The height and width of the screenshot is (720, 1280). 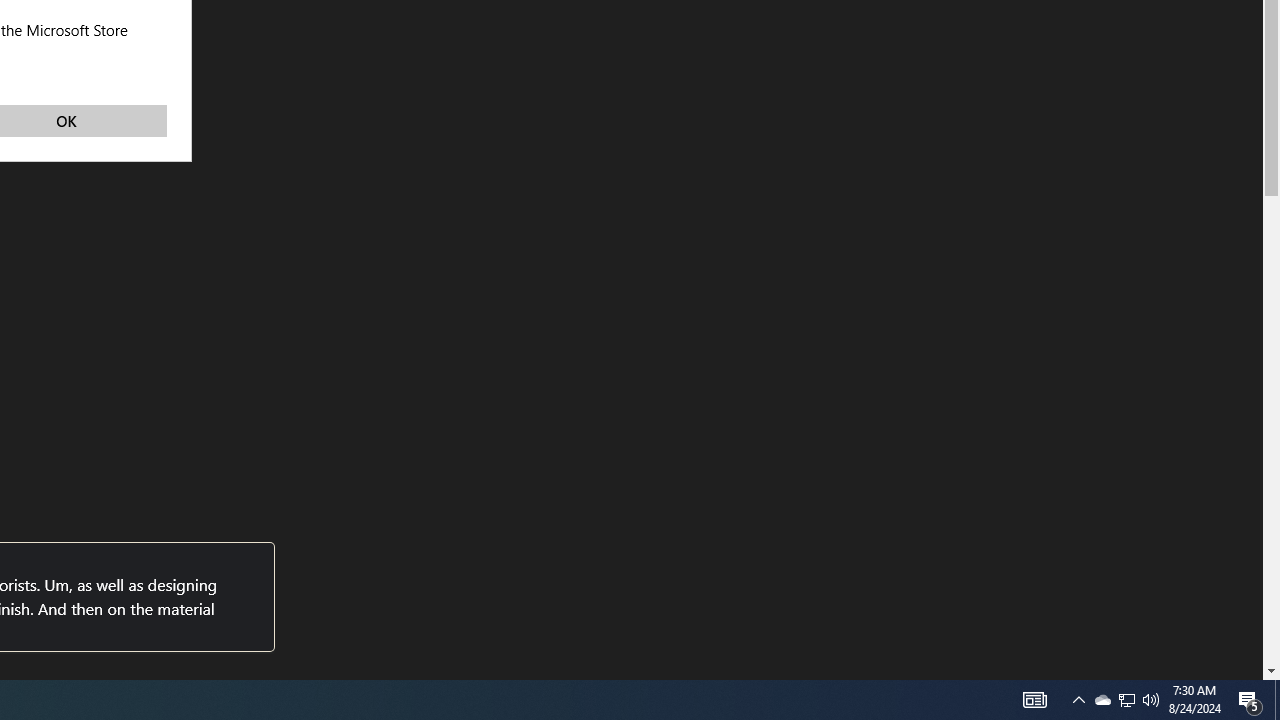 What do you see at coordinates (1127, 698) in the screenshot?
I see `'User Promoted Notification Area'` at bounding box center [1127, 698].